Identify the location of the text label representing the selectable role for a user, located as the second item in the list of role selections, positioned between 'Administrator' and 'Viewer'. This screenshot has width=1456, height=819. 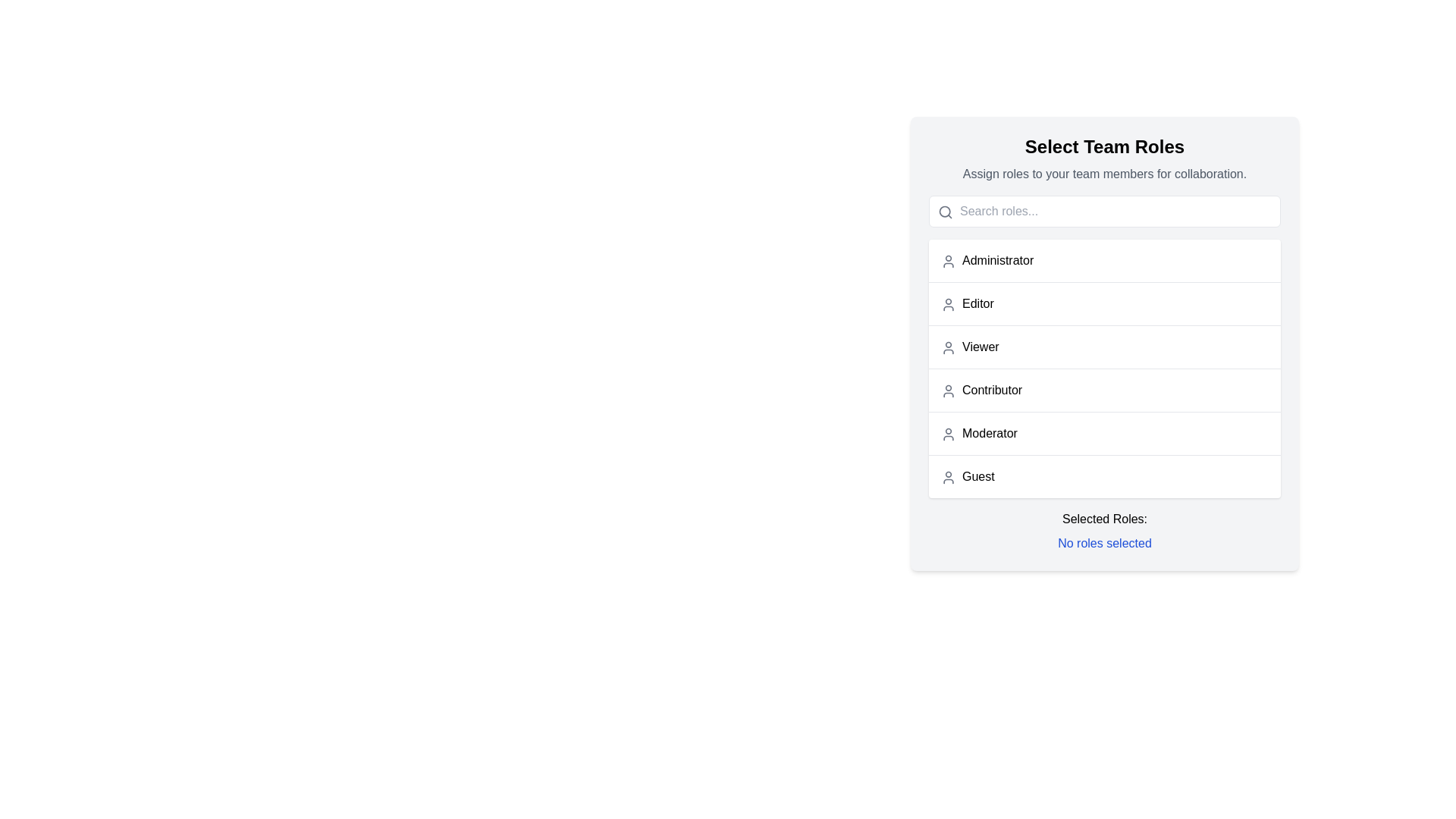
(966, 304).